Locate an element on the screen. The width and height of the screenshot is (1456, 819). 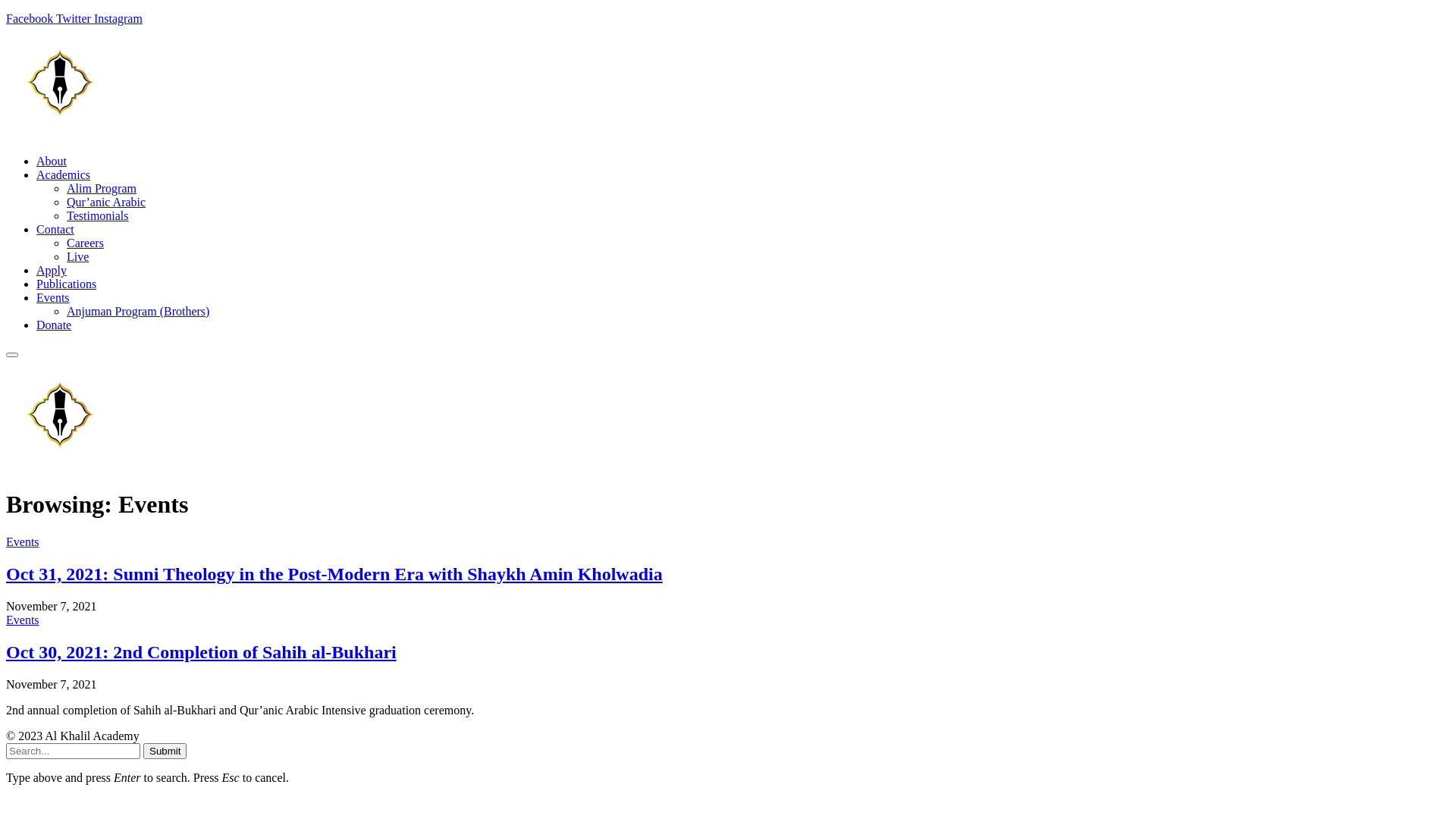
'Contact' is located at coordinates (55, 229).